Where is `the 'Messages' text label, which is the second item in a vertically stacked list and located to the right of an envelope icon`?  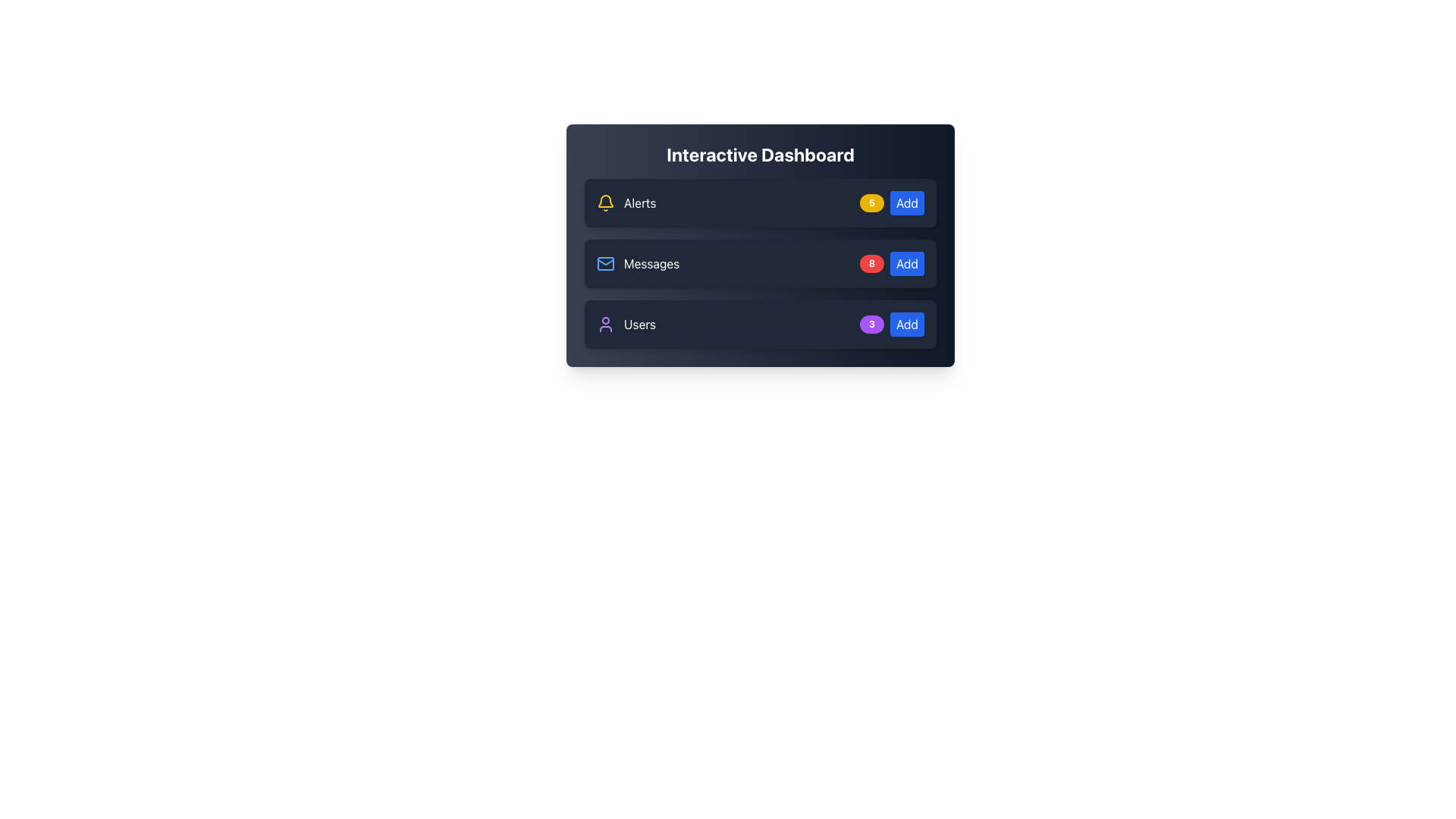
the 'Messages' text label, which is the second item in a vertically stacked list and located to the right of an envelope icon is located at coordinates (638, 262).